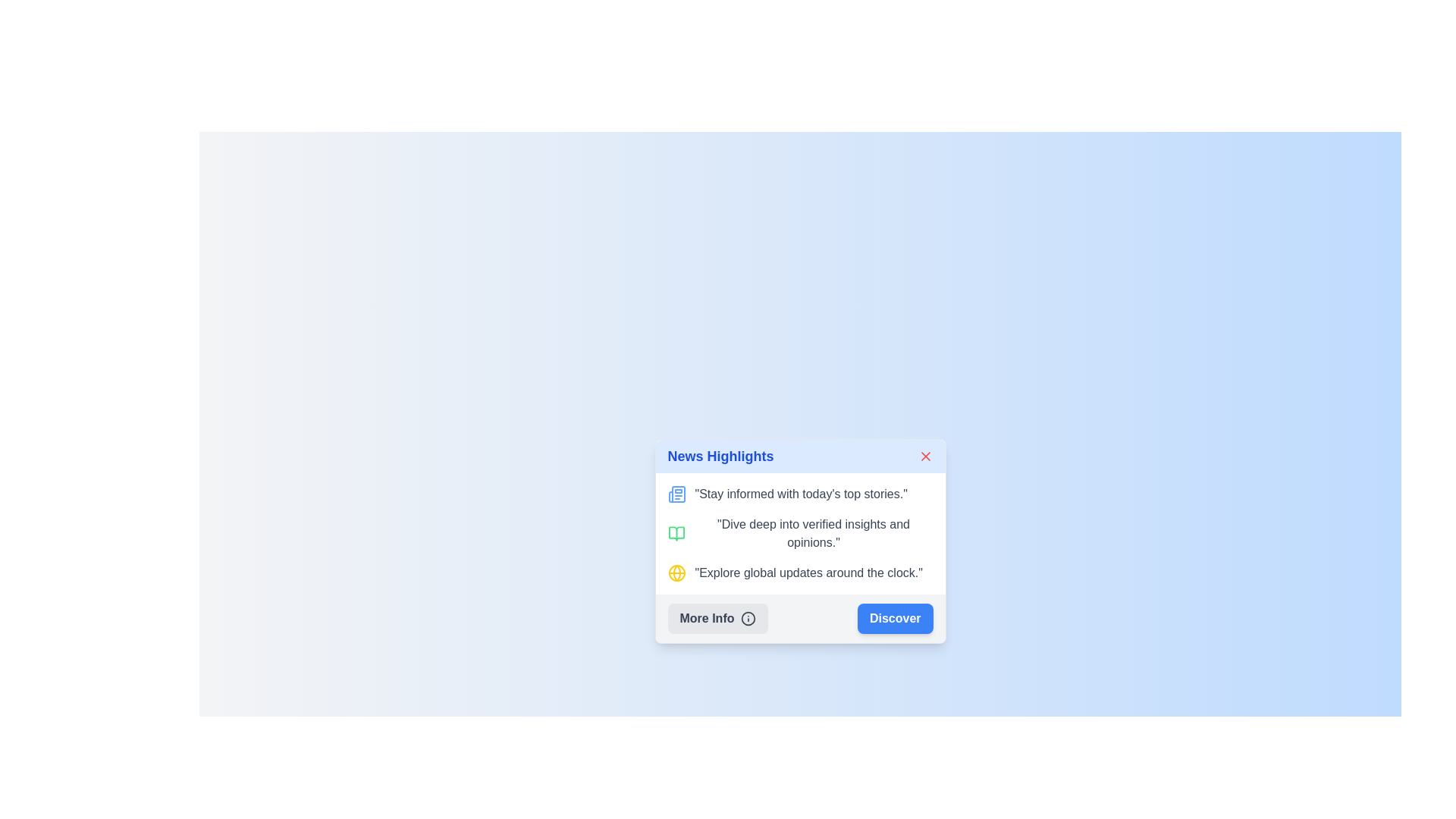 This screenshot has height=819, width=1456. Describe the element at coordinates (676, 573) in the screenshot. I see `the yellow globe icon, which is the leftmost icon in the third row of the 'News Highlights' informational box, located below the text 'Explore global updates around the clock.'` at that location.